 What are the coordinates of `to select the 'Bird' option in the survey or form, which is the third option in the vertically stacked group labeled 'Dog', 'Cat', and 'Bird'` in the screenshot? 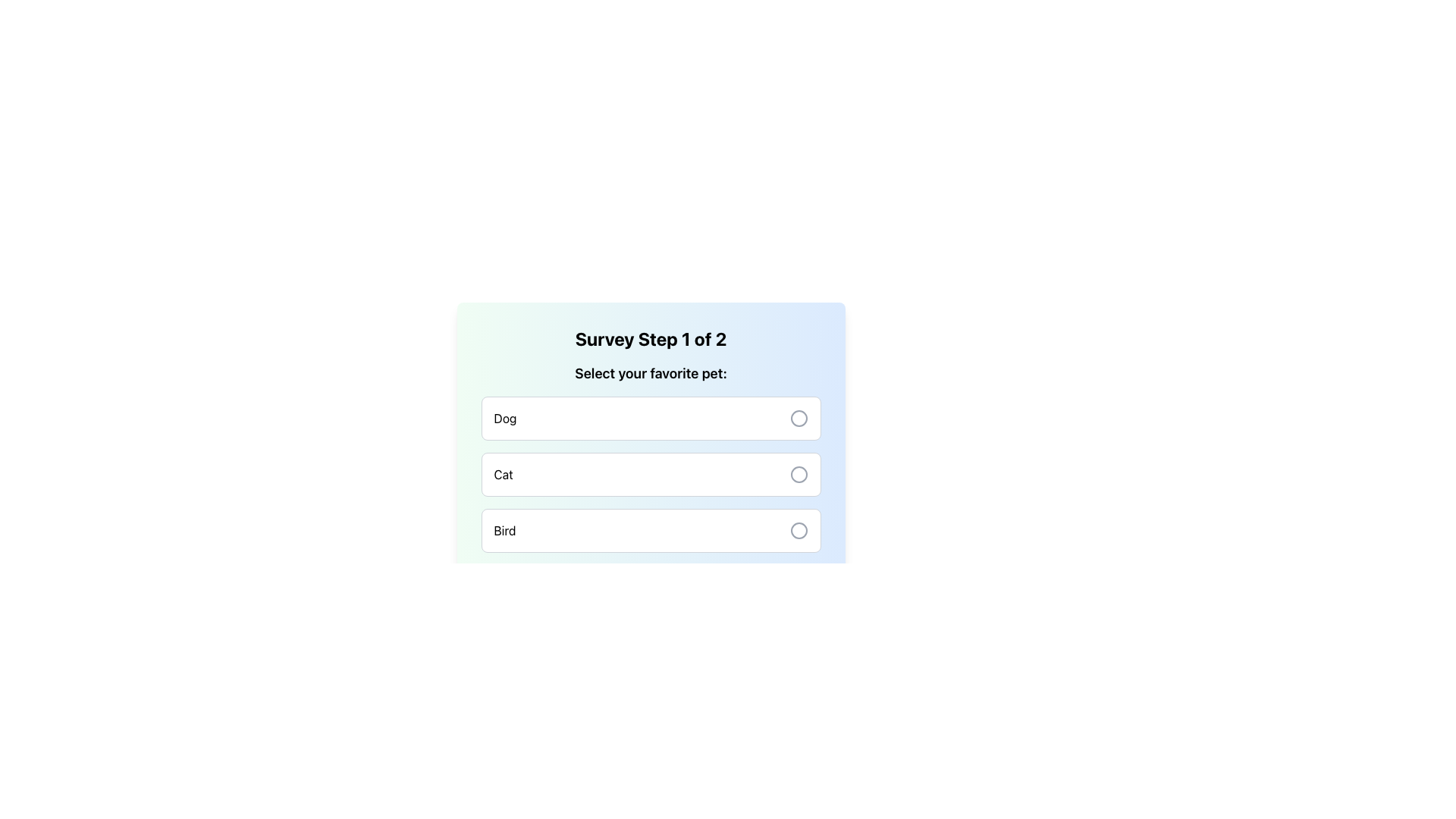 It's located at (651, 529).